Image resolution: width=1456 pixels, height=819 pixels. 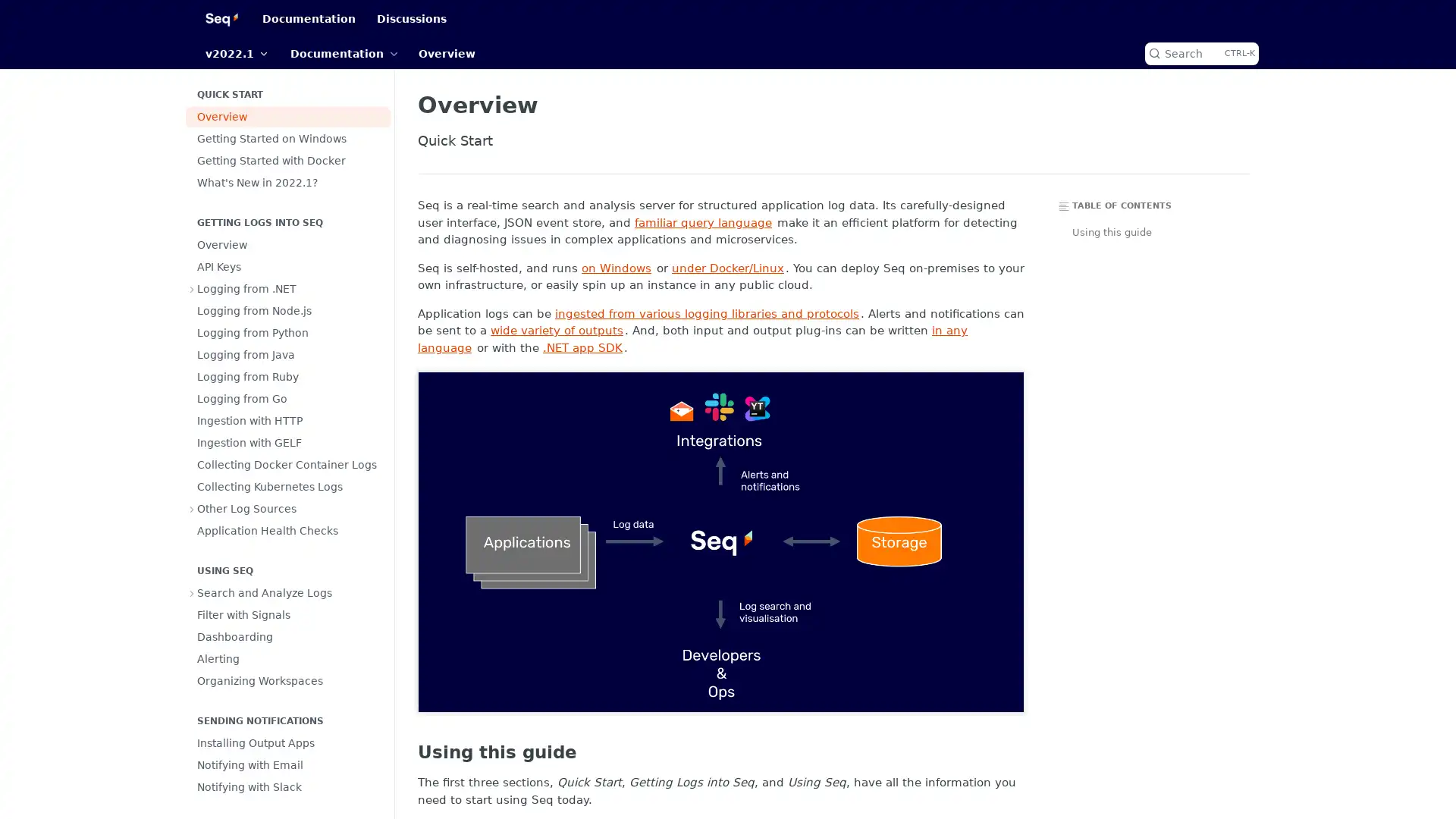 What do you see at coordinates (343, 52) in the screenshot?
I see `Documentation` at bounding box center [343, 52].